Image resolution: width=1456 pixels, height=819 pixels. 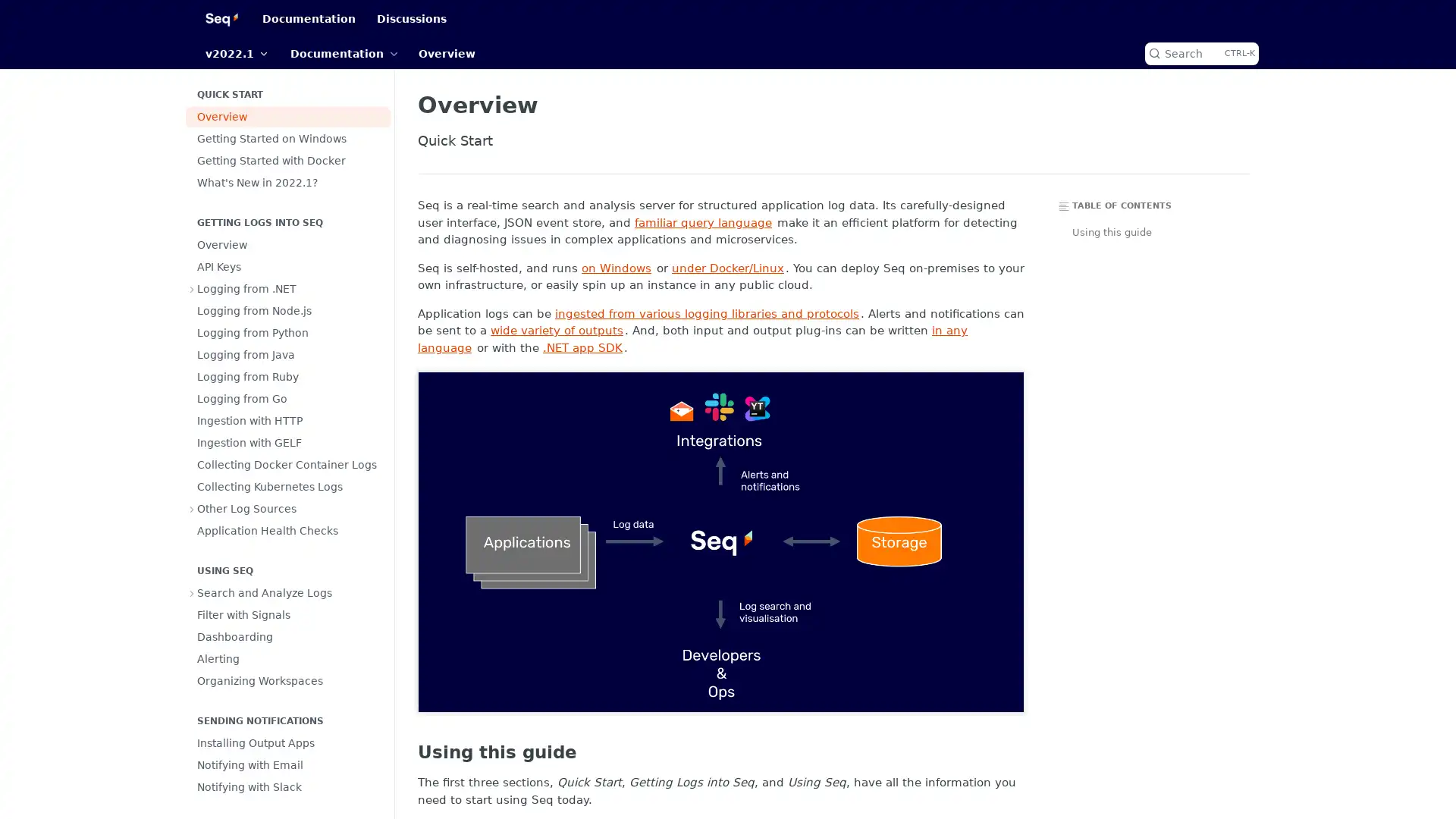 What do you see at coordinates (343, 52) in the screenshot?
I see `Documentation` at bounding box center [343, 52].